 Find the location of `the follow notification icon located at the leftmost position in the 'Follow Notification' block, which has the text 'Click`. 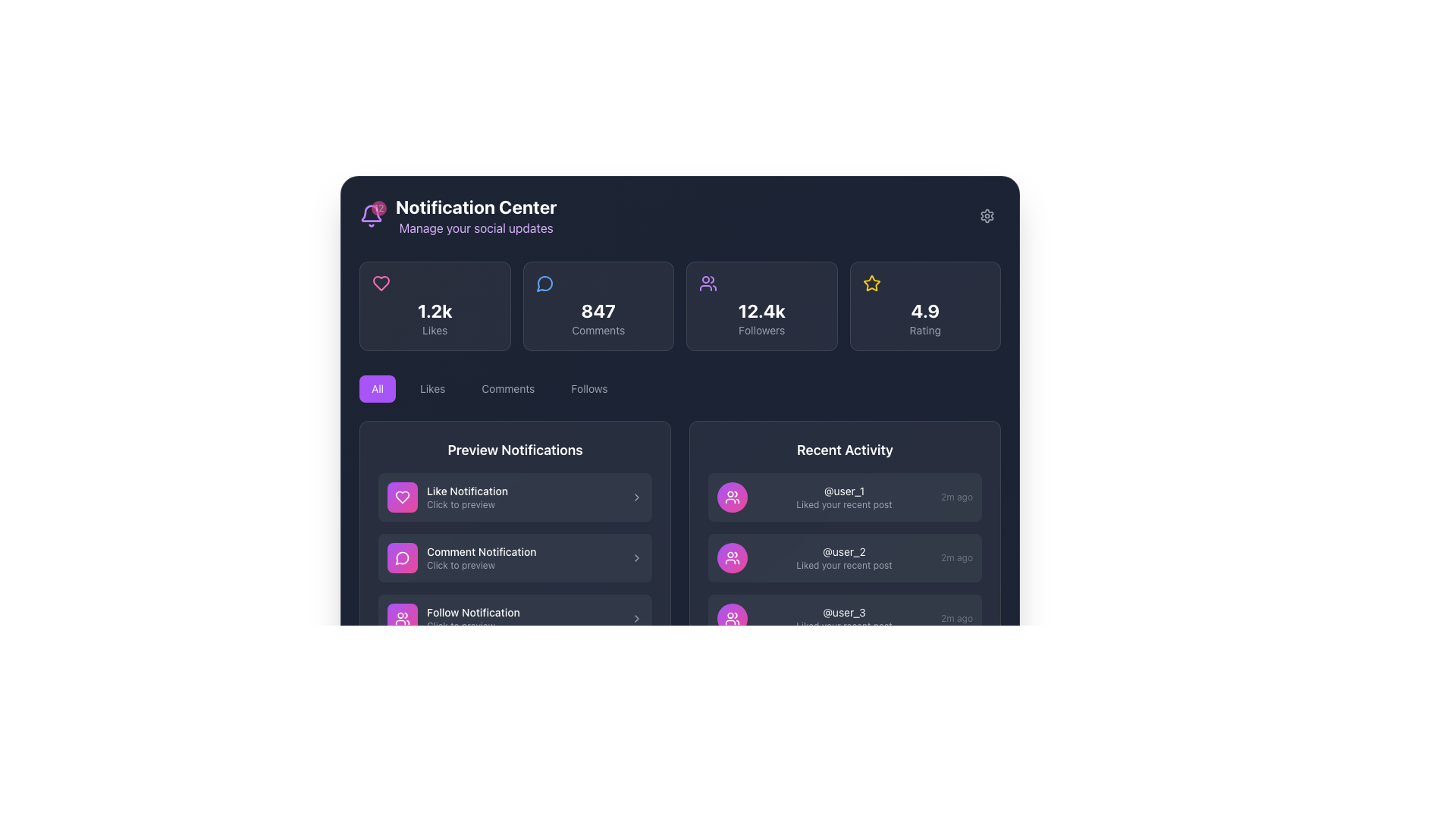

the follow notification icon located at the leftmost position in the 'Follow Notification' block, which has the text 'Click is located at coordinates (403, 619).